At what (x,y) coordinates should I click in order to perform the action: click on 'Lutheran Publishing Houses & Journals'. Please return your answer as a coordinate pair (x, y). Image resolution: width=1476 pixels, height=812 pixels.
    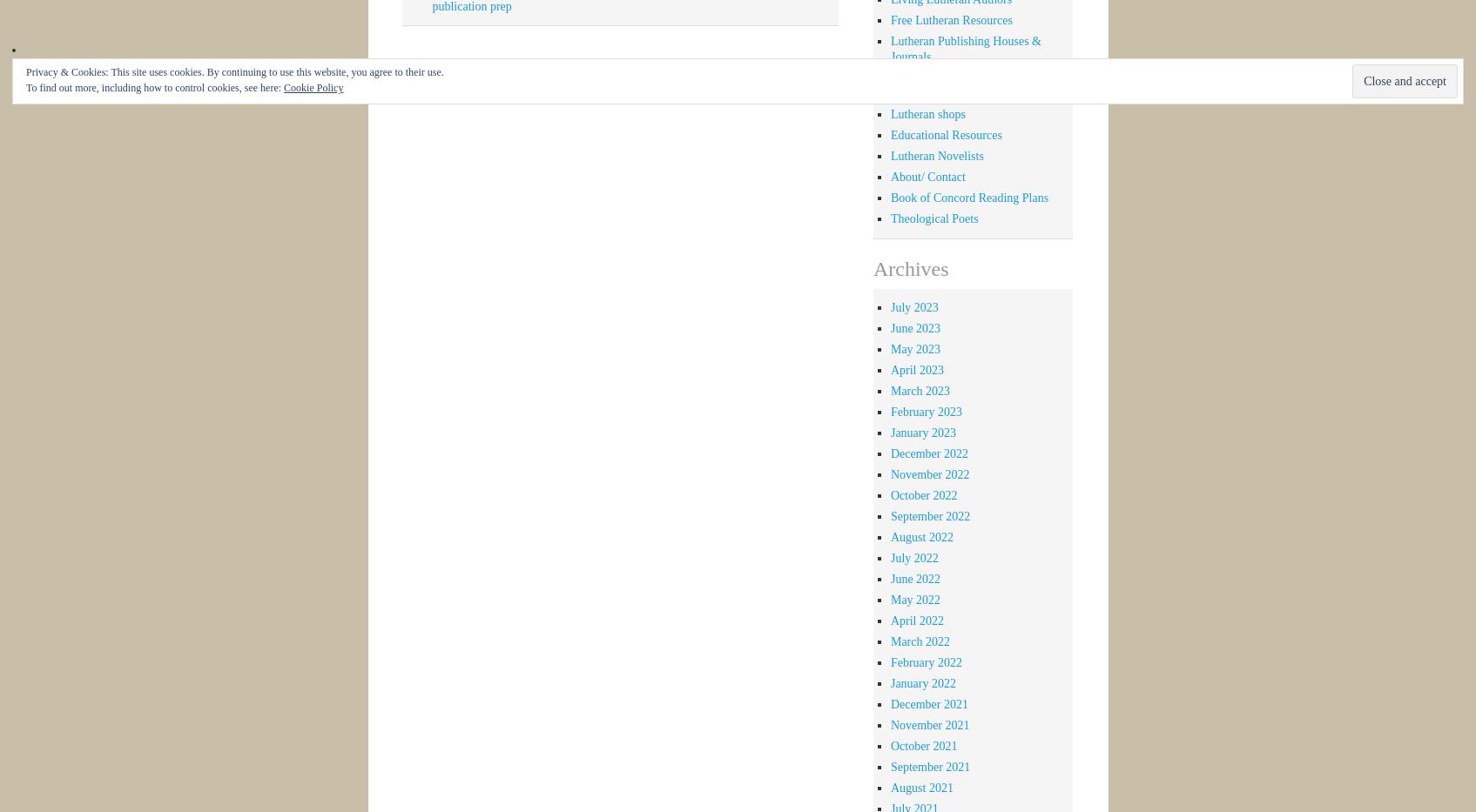
    Looking at the image, I should click on (965, 48).